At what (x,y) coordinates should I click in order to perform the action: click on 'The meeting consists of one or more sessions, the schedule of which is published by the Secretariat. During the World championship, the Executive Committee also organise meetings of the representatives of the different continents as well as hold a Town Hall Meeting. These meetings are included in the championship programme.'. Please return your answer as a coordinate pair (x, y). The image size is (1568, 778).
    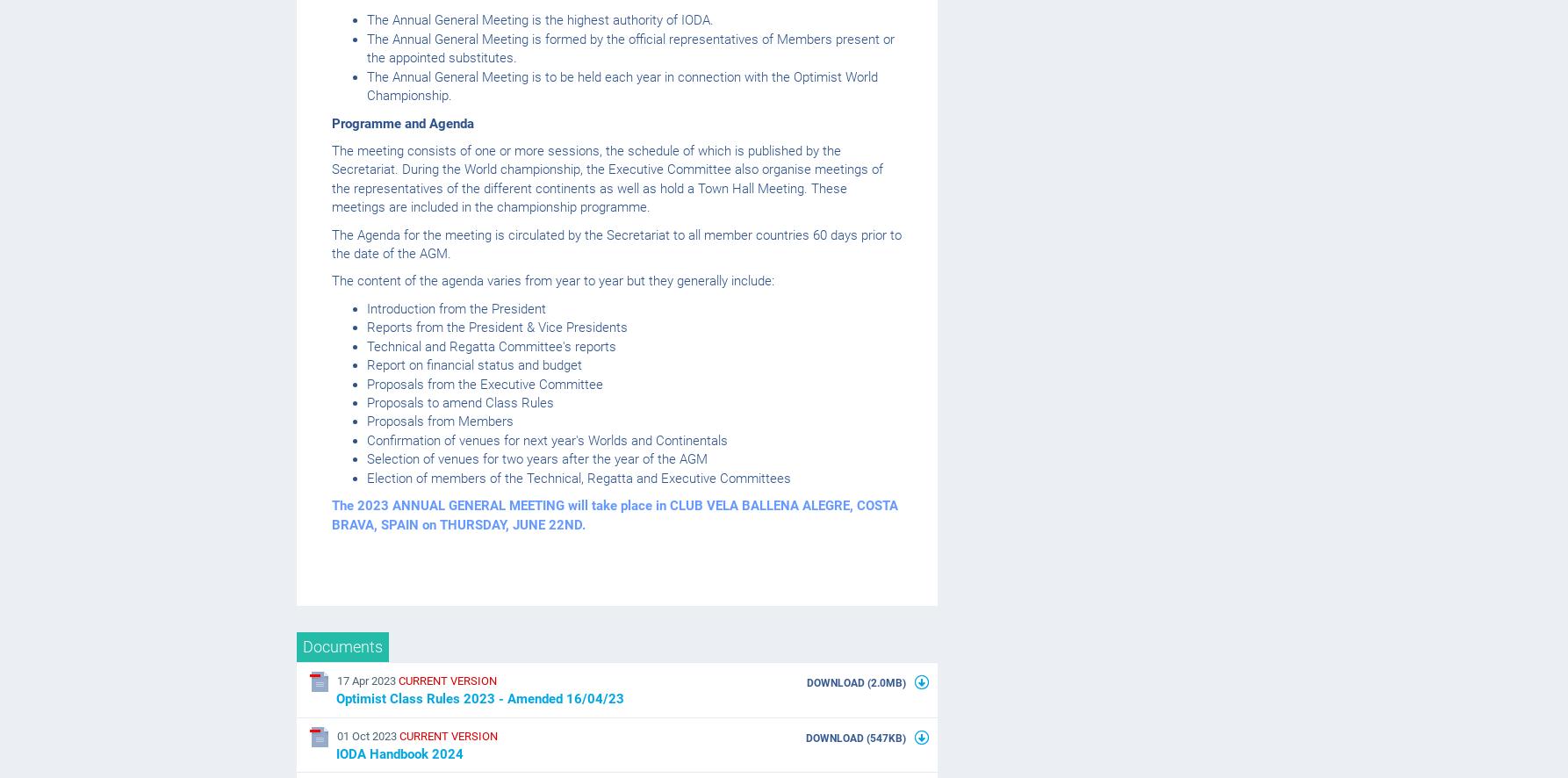
    Looking at the image, I should click on (608, 178).